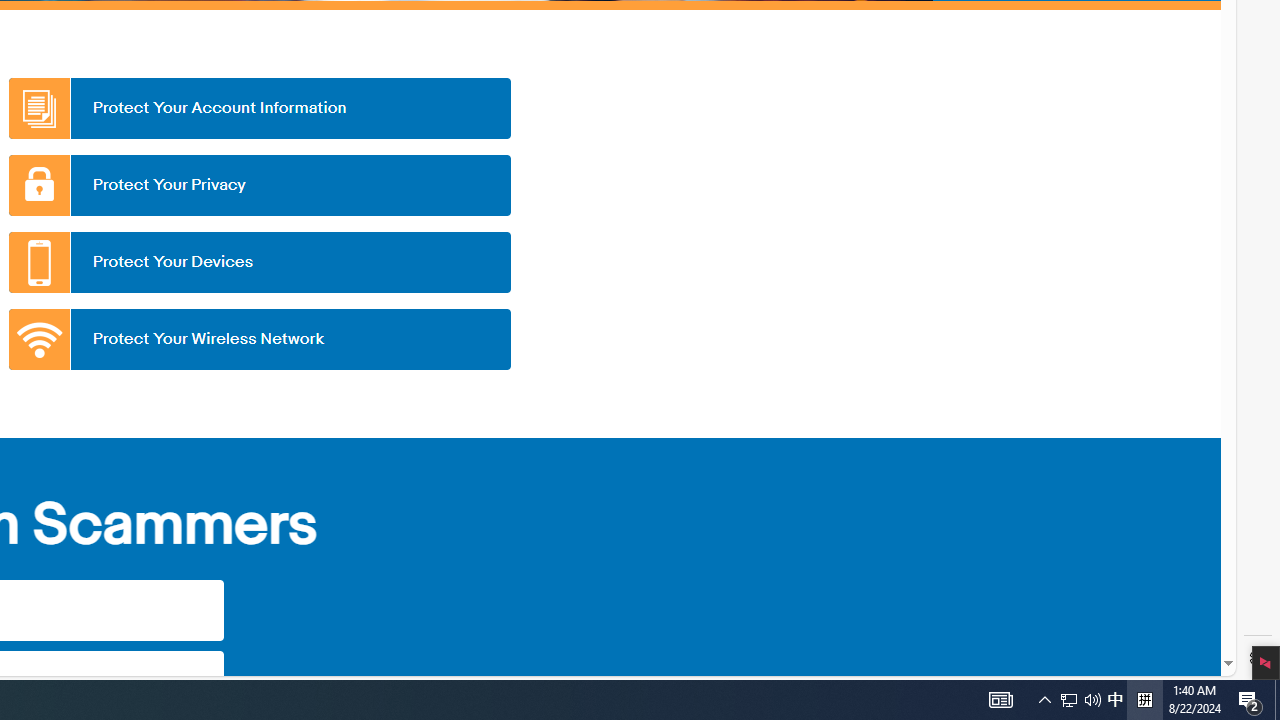 This screenshot has height=720, width=1280. What do you see at coordinates (258, 338) in the screenshot?
I see `'Protect Your Wireless Network'` at bounding box center [258, 338].